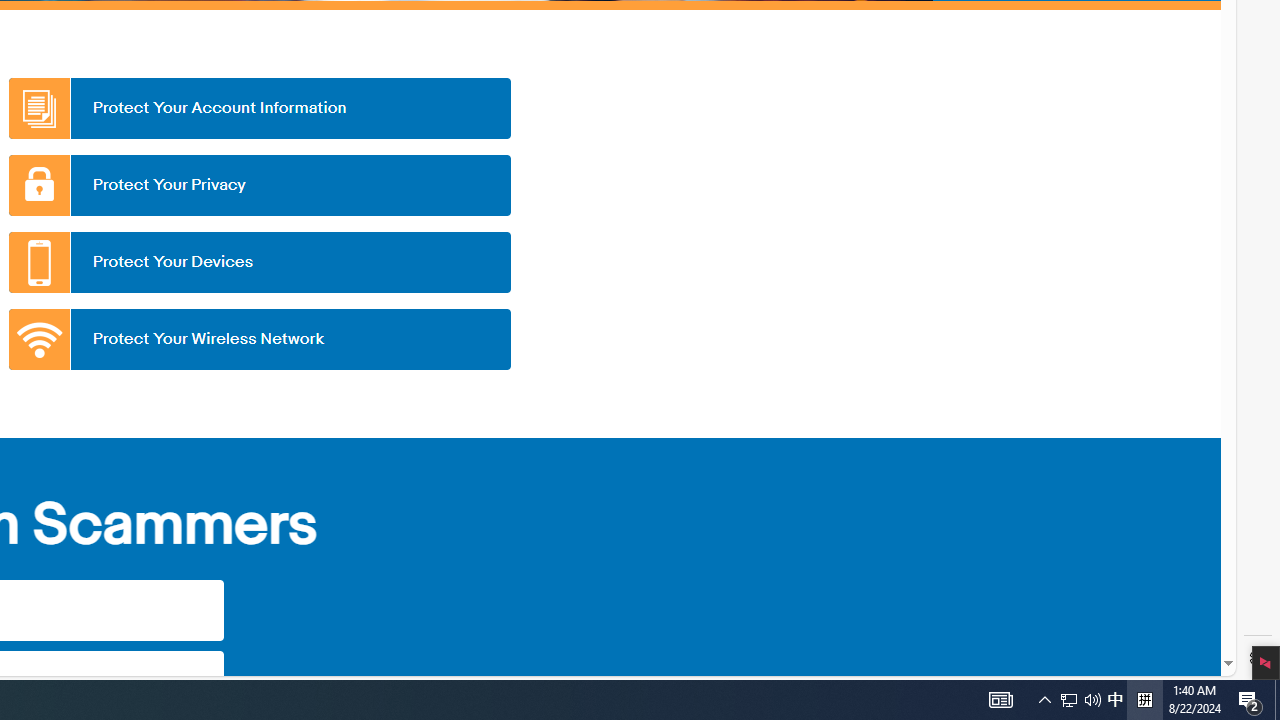 This screenshot has height=720, width=1280. What do you see at coordinates (258, 338) in the screenshot?
I see `'Protect Your Wireless Network'` at bounding box center [258, 338].